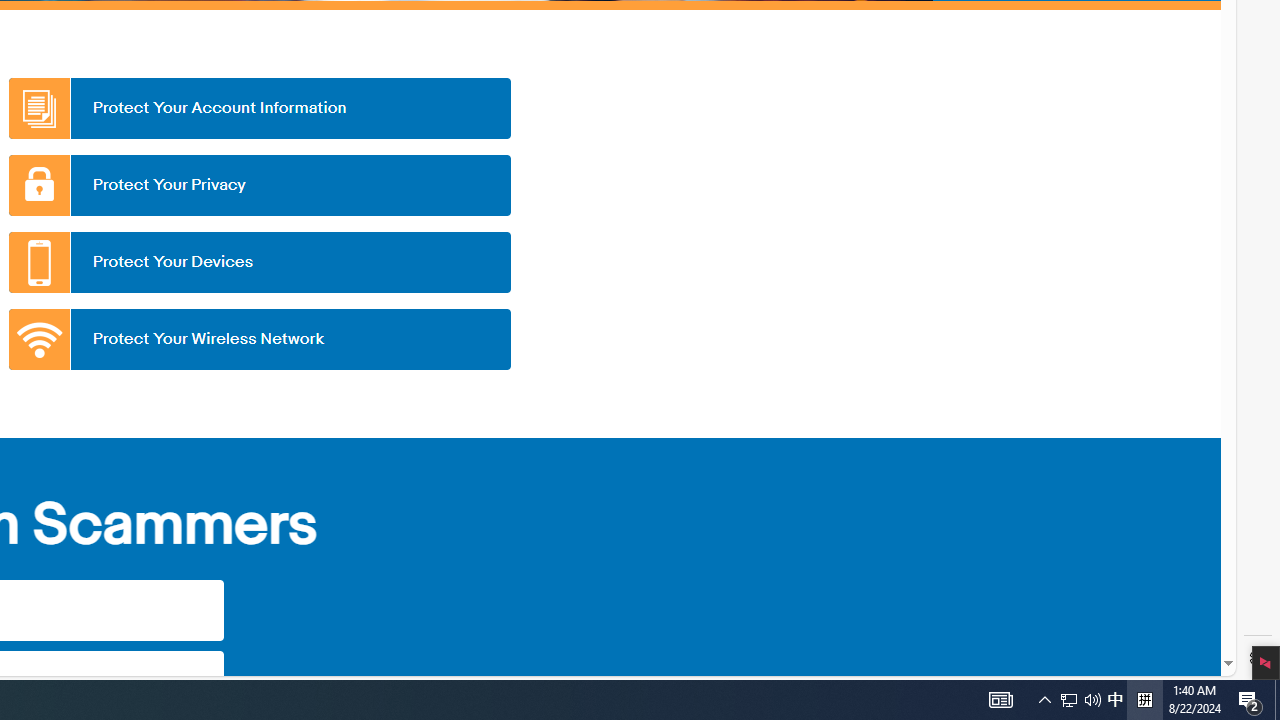 This screenshot has height=720, width=1280. What do you see at coordinates (258, 338) in the screenshot?
I see `'Protect Your Wireless Network'` at bounding box center [258, 338].